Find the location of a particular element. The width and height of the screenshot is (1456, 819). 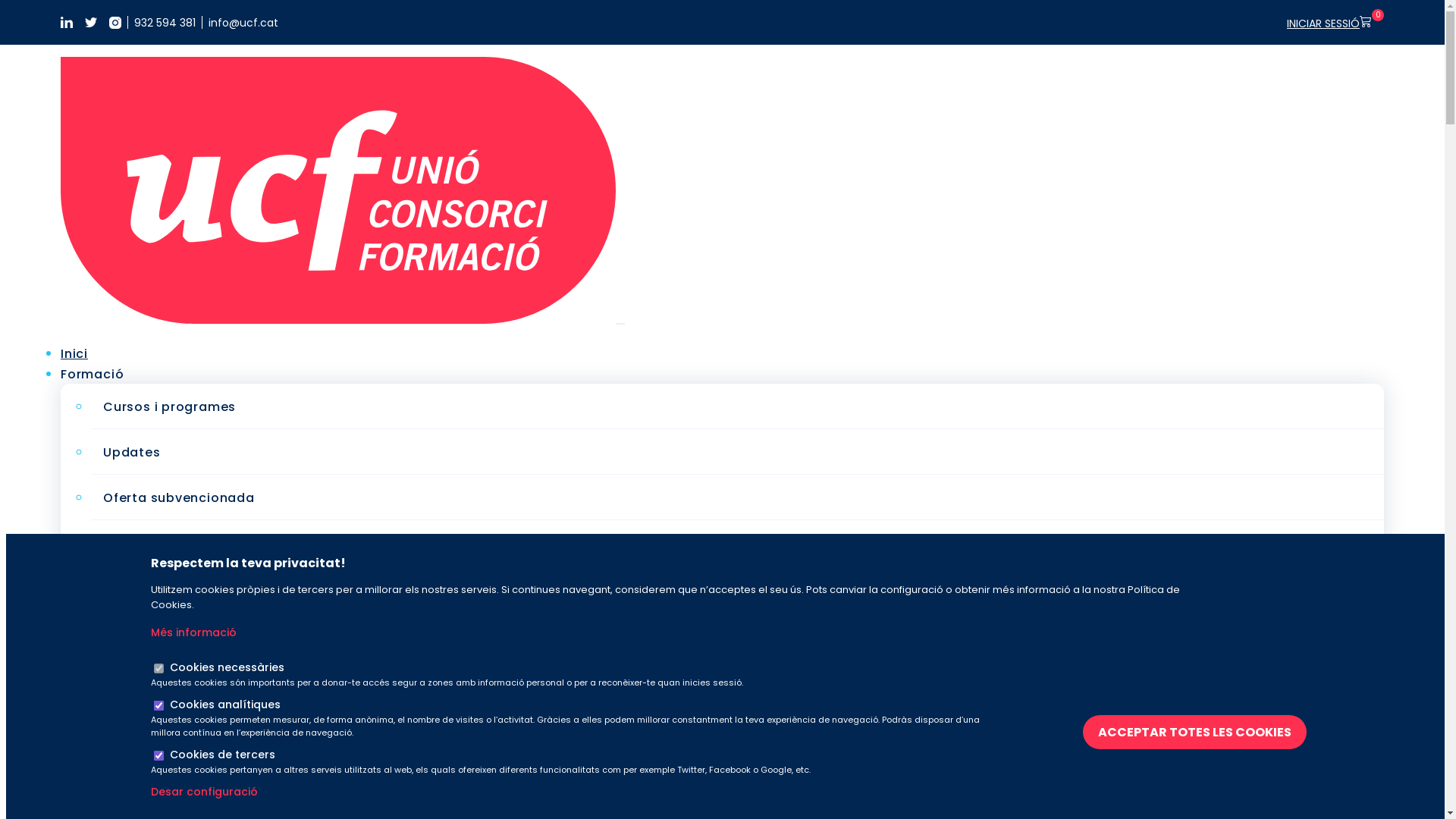

'https://twitter.com/UCFormacio' is located at coordinates (83, 23).